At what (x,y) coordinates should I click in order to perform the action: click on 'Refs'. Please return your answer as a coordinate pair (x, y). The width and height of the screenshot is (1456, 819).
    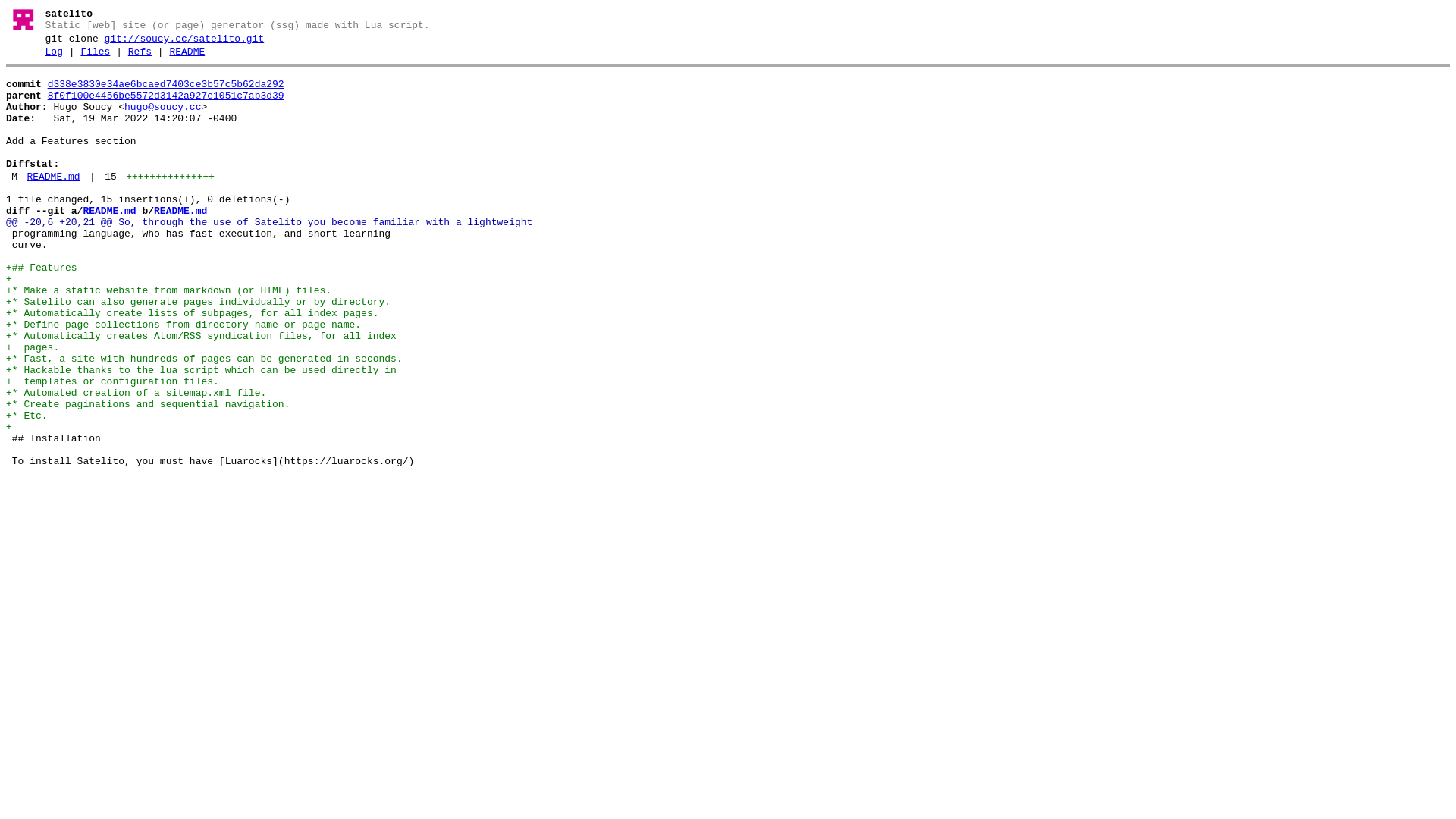
    Looking at the image, I should click on (140, 51).